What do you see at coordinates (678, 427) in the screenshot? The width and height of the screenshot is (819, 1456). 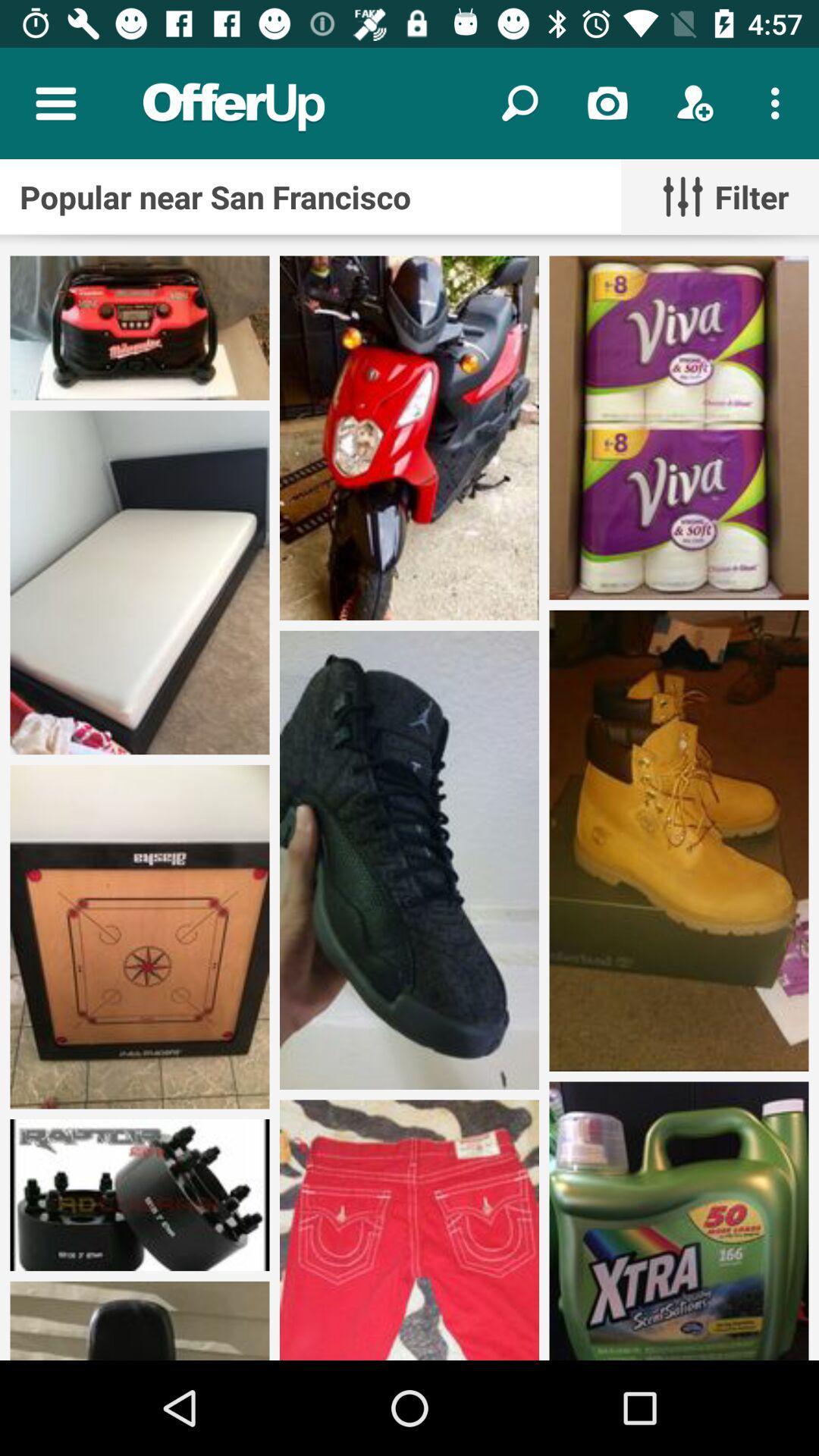 I see `the third image` at bounding box center [678, 427].